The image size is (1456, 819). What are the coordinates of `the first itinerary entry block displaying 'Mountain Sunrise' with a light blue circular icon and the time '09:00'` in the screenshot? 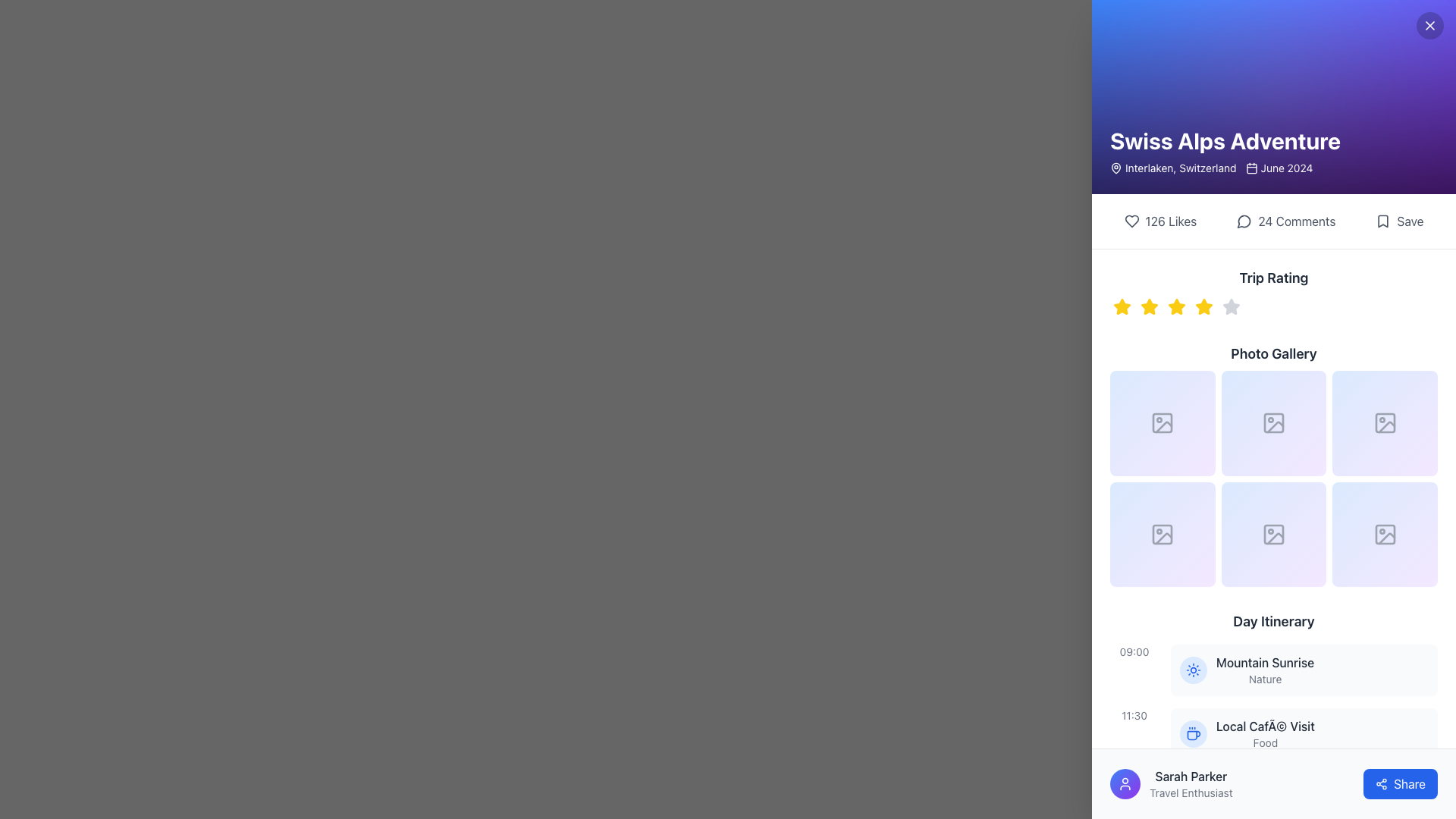 It's located at (1274, 669).